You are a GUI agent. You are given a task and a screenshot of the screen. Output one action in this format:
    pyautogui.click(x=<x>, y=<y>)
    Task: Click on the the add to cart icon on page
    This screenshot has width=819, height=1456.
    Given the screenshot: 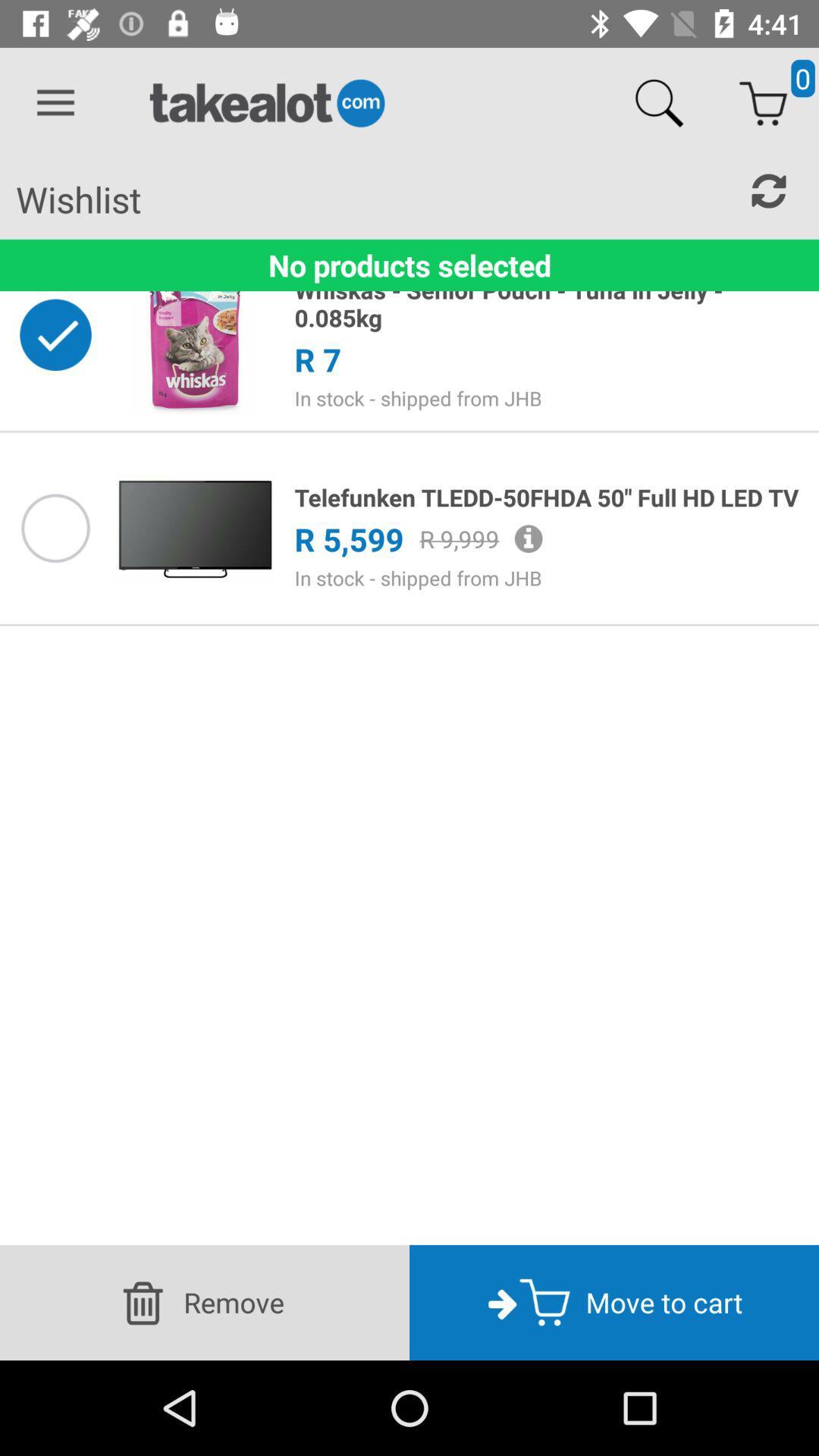 What is the action you would take?
    pyautogui.click(x=763, y=103)
    